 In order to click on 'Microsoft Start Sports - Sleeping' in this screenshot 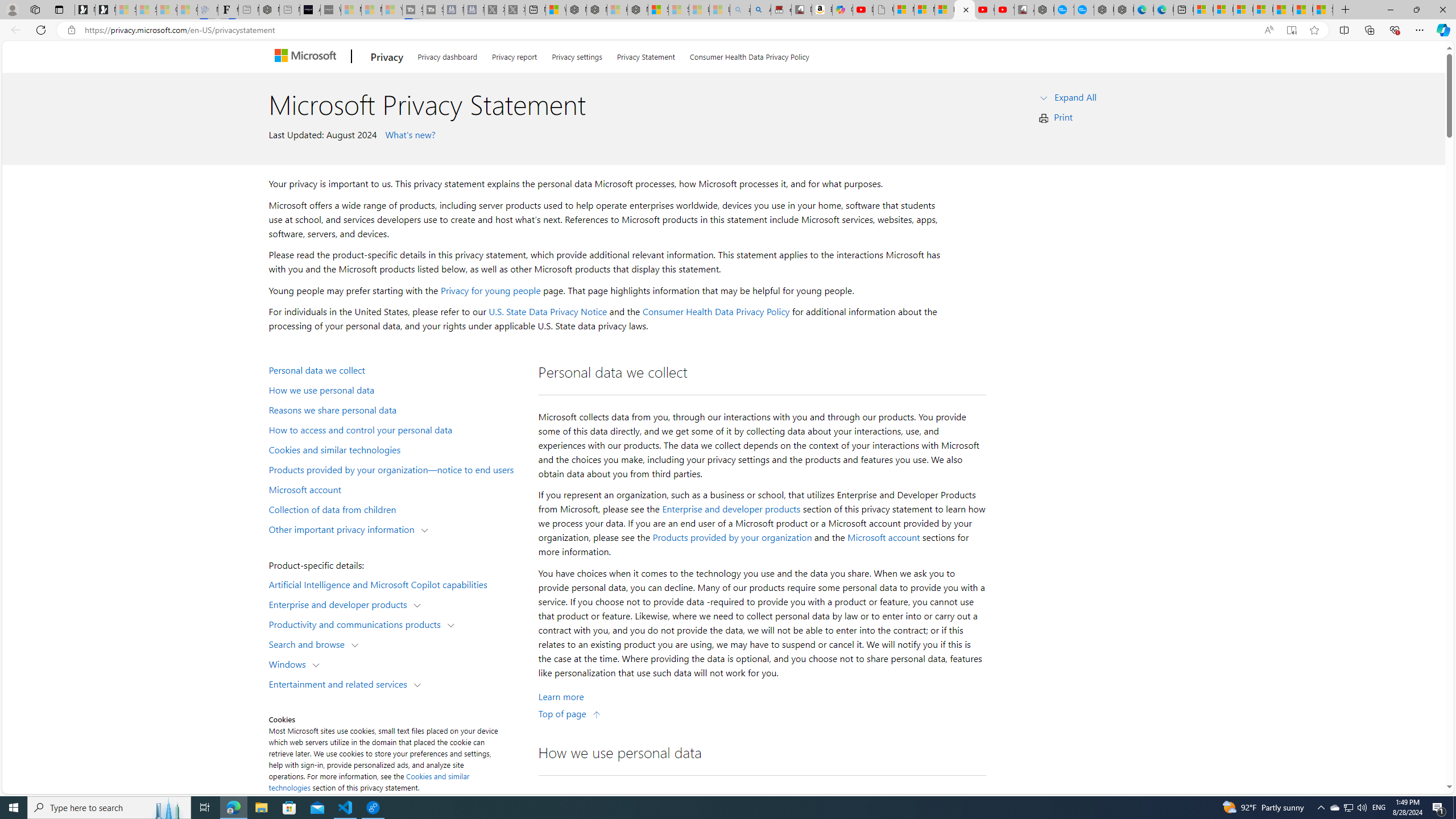, I will do `click(351, 9)`.